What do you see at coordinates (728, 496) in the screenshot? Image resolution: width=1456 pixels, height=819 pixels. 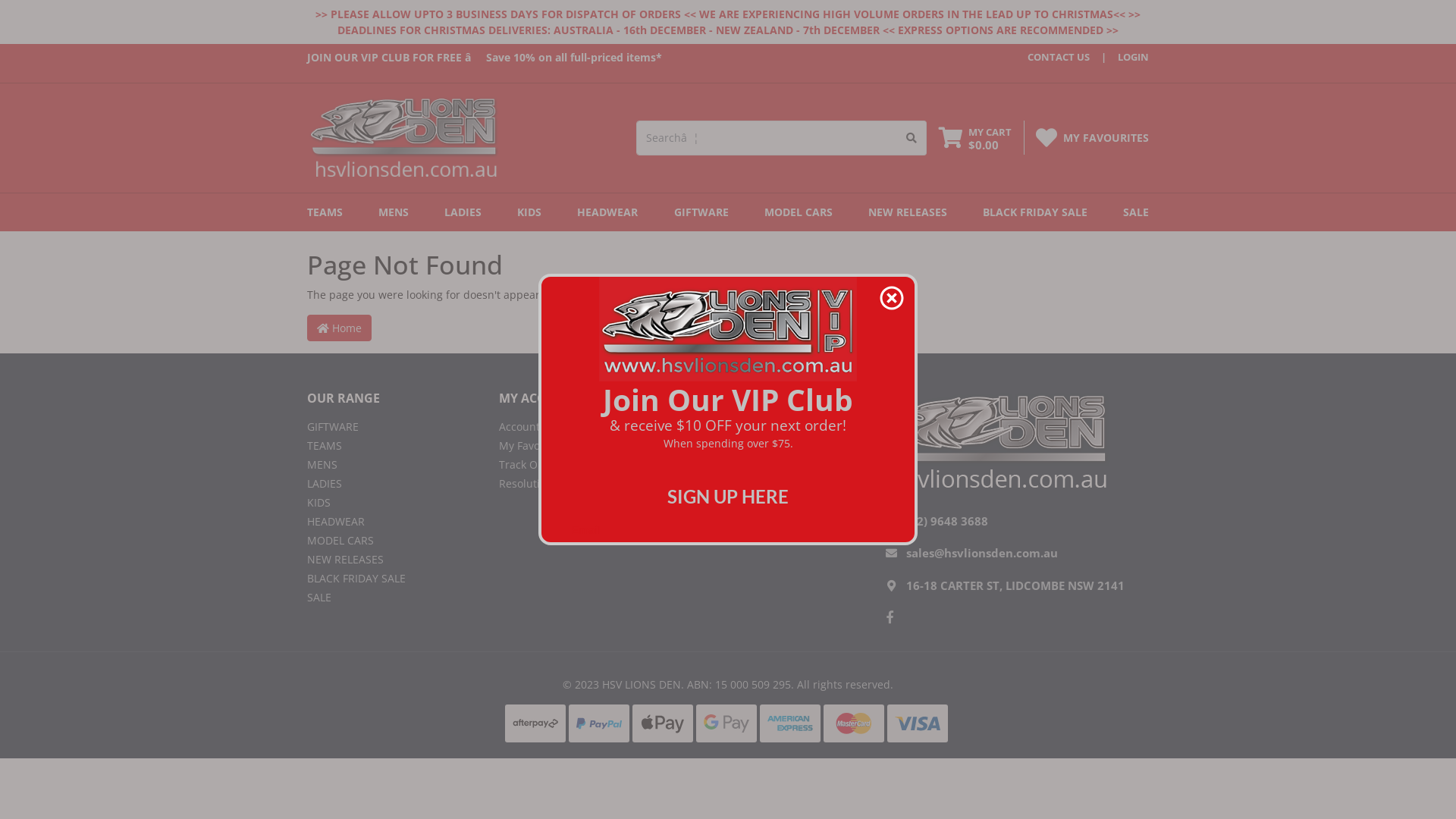 I see `'SIGN UP HERE'` at bounding box center [728, 496].